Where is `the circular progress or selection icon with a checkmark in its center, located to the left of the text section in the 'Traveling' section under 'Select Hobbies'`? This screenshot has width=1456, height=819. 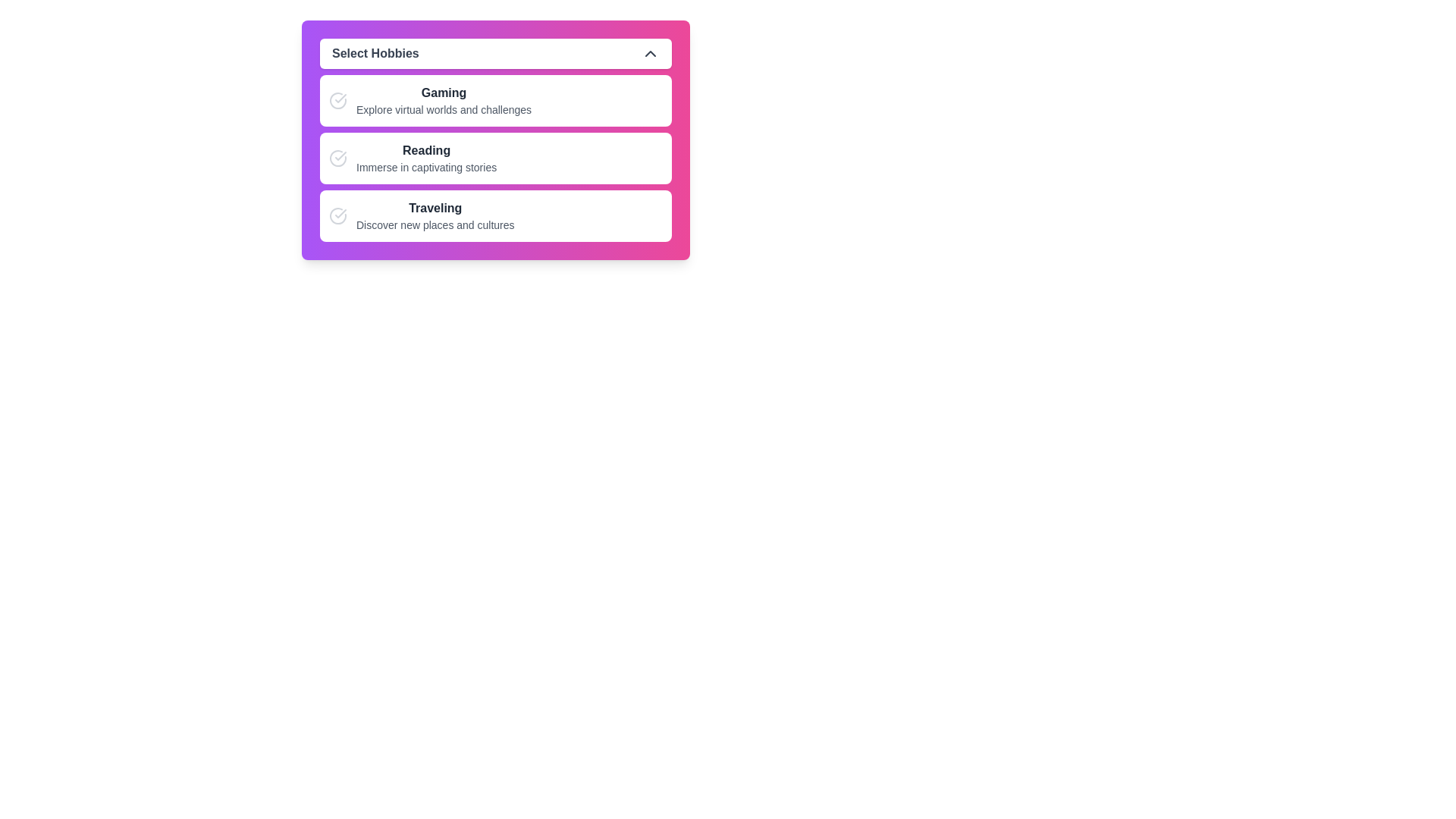
the circular progress or selection icon with a checkmark in its center, located to the left of the text section in the 'Traveling' section under 'Select Hobbies' is located at coordinates (337, 216).